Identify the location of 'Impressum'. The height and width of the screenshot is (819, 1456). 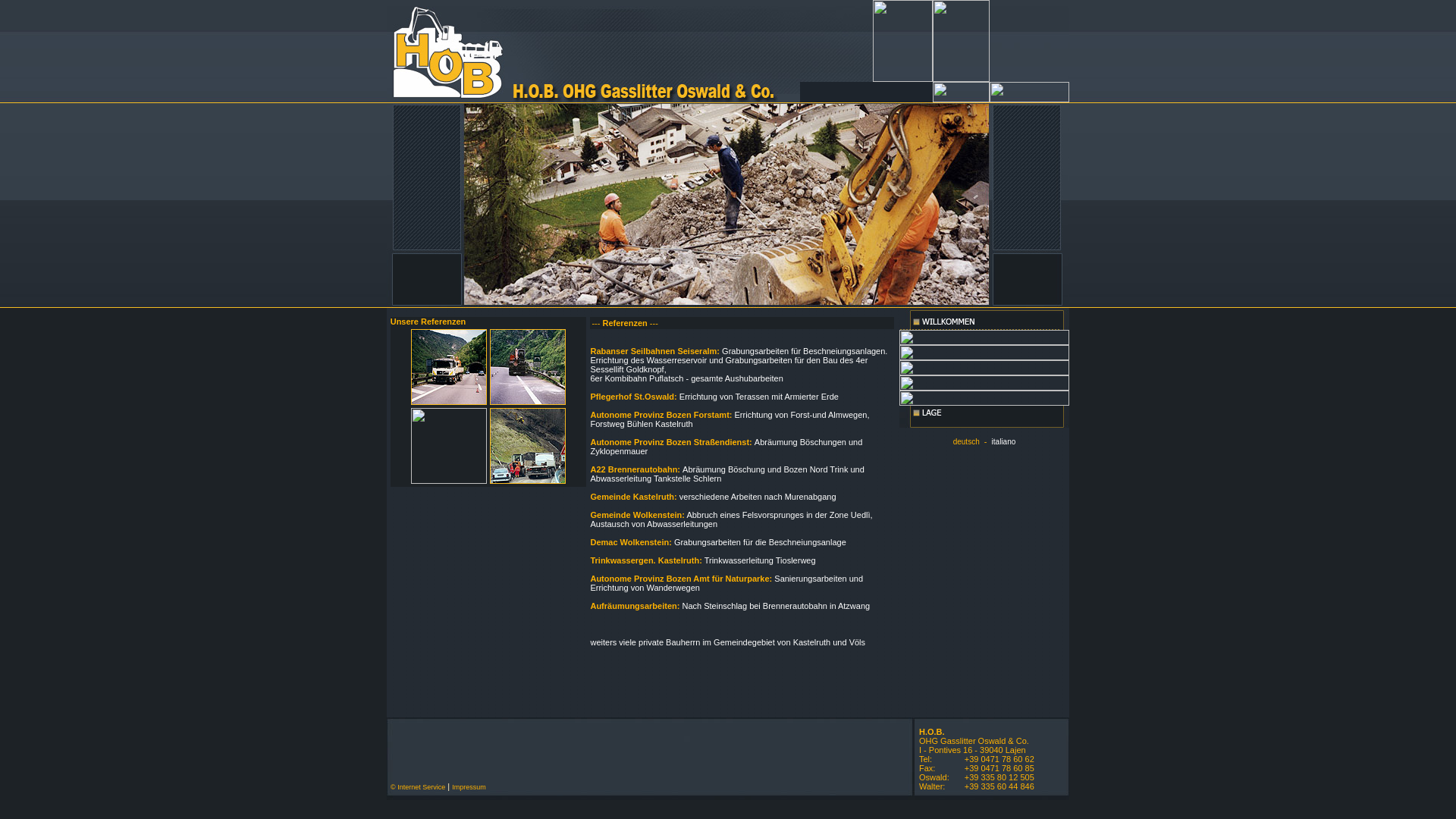
(468, 786).